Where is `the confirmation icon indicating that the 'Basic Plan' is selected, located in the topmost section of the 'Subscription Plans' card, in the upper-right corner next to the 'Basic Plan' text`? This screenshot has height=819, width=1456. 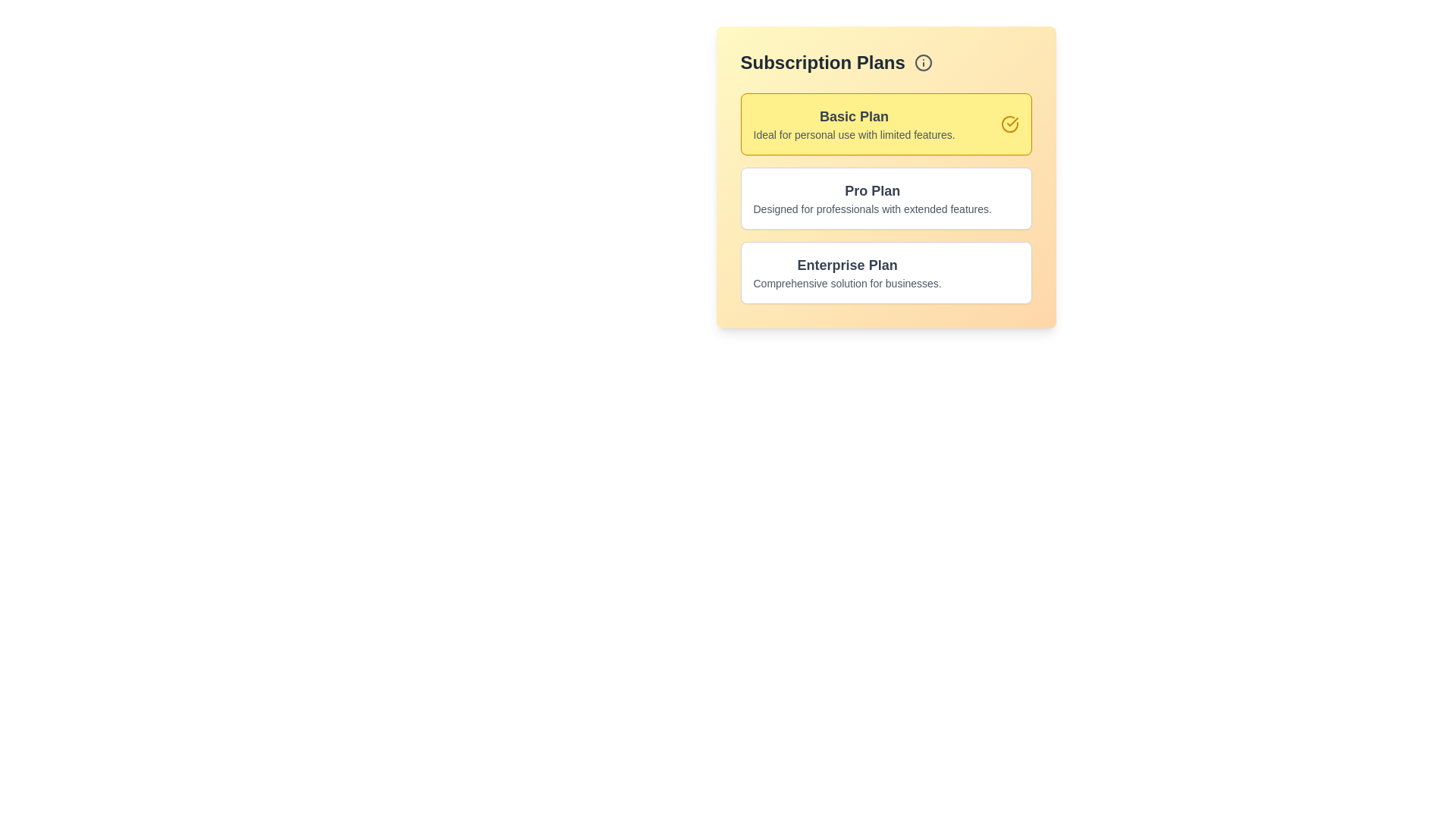
the confirmation icon indicating that the 'Basic Plan' is selected, located in the topmost section of the 'Subscription Plans' card, in the upper-right corner next to the 'Basic Plan' text is located at coordinates (1009, 124).